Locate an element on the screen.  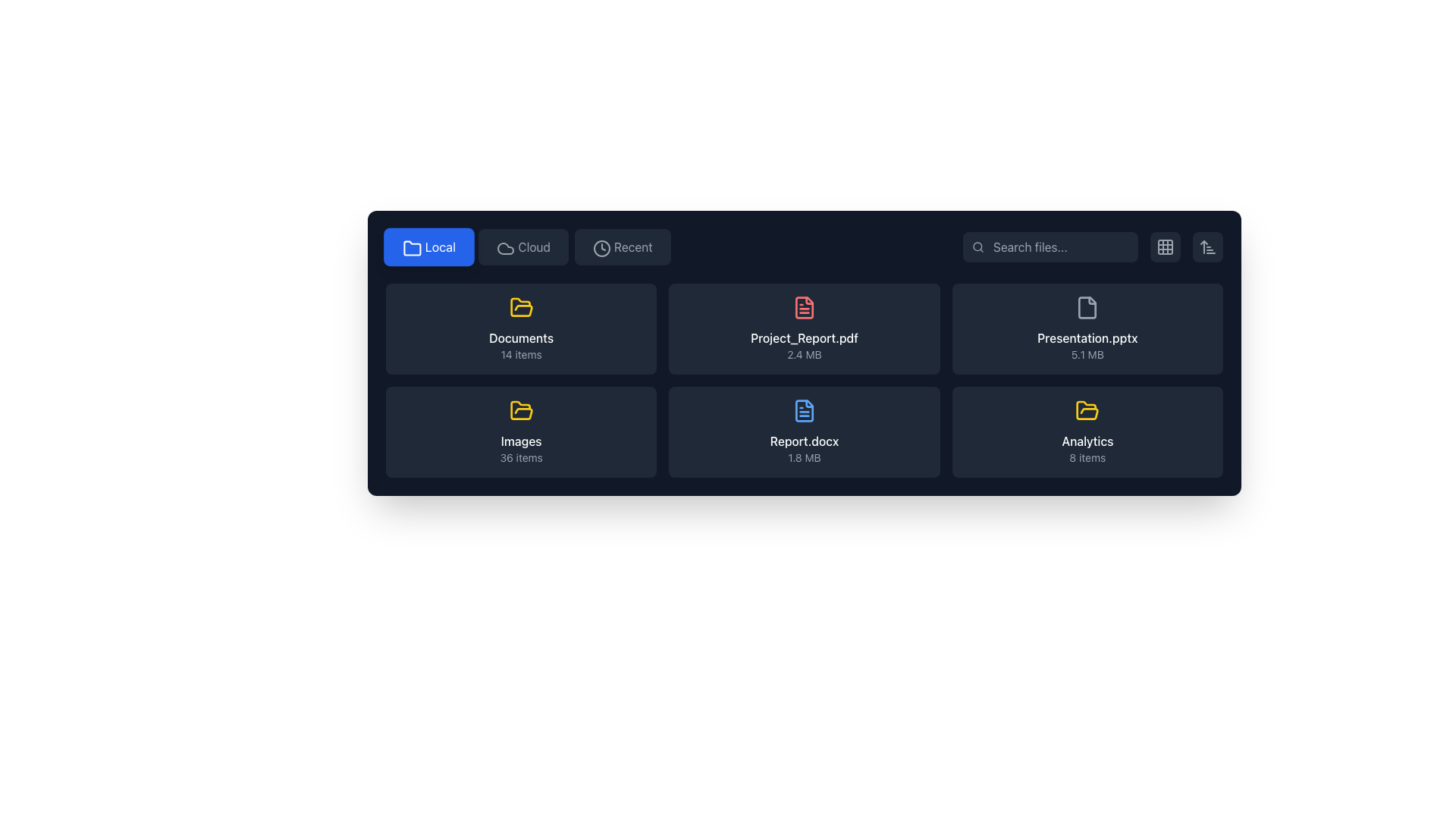
the text-based label element that describes the 'Documents' folder and indicates it contains 14 items, located in the first row and first column of a grid layout in the file management interface is located at coordinates (521, 345).